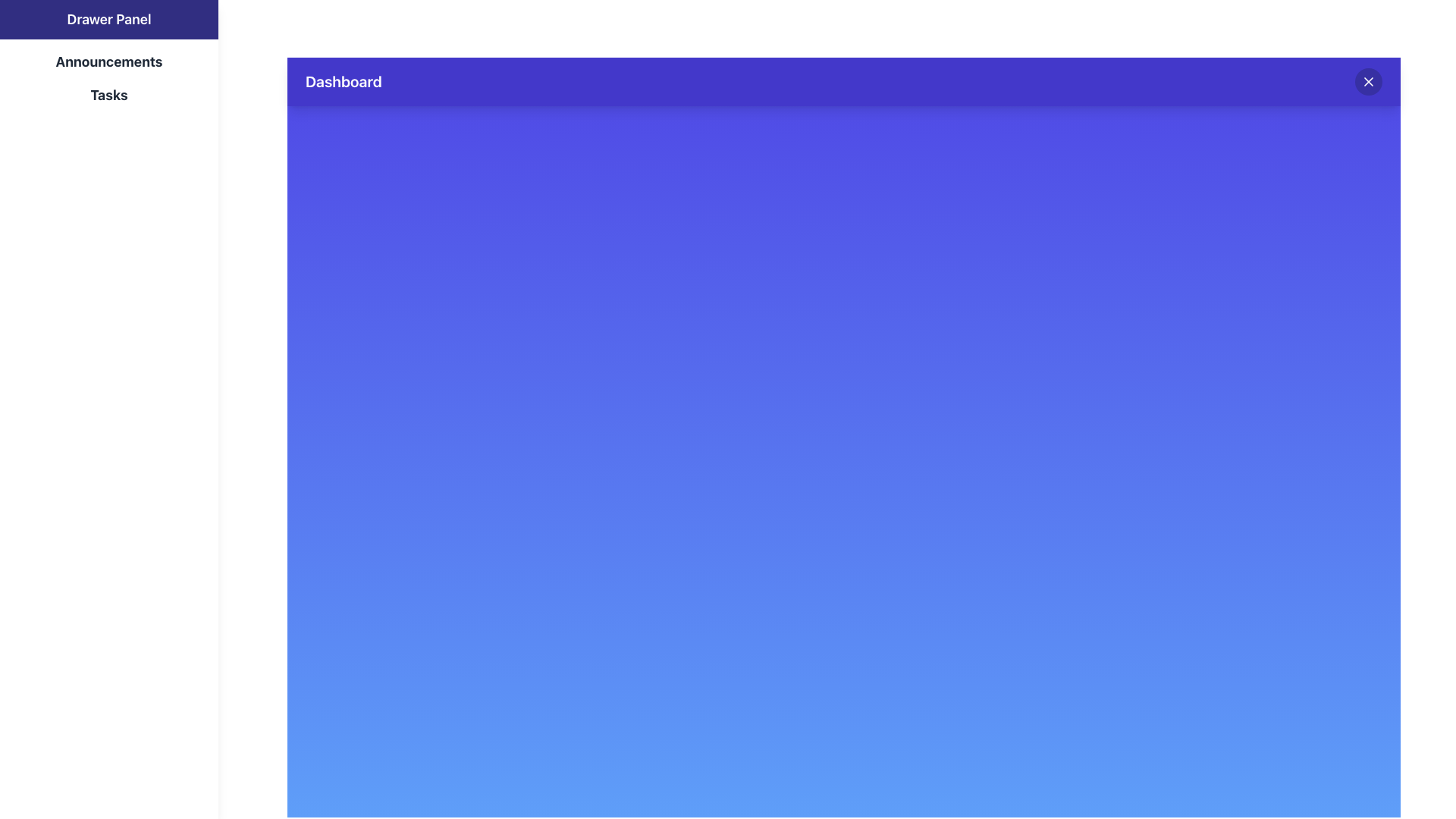 This screenshot has width=1456, height=819. What do you see at coordinates (108, 96) in the screenshot?
I see `the 'Tasks' text label, which serves as a heading in the left drawer panel, positioned below 'Announcements' and above a blank separator line` at bounding box center [108, 96].